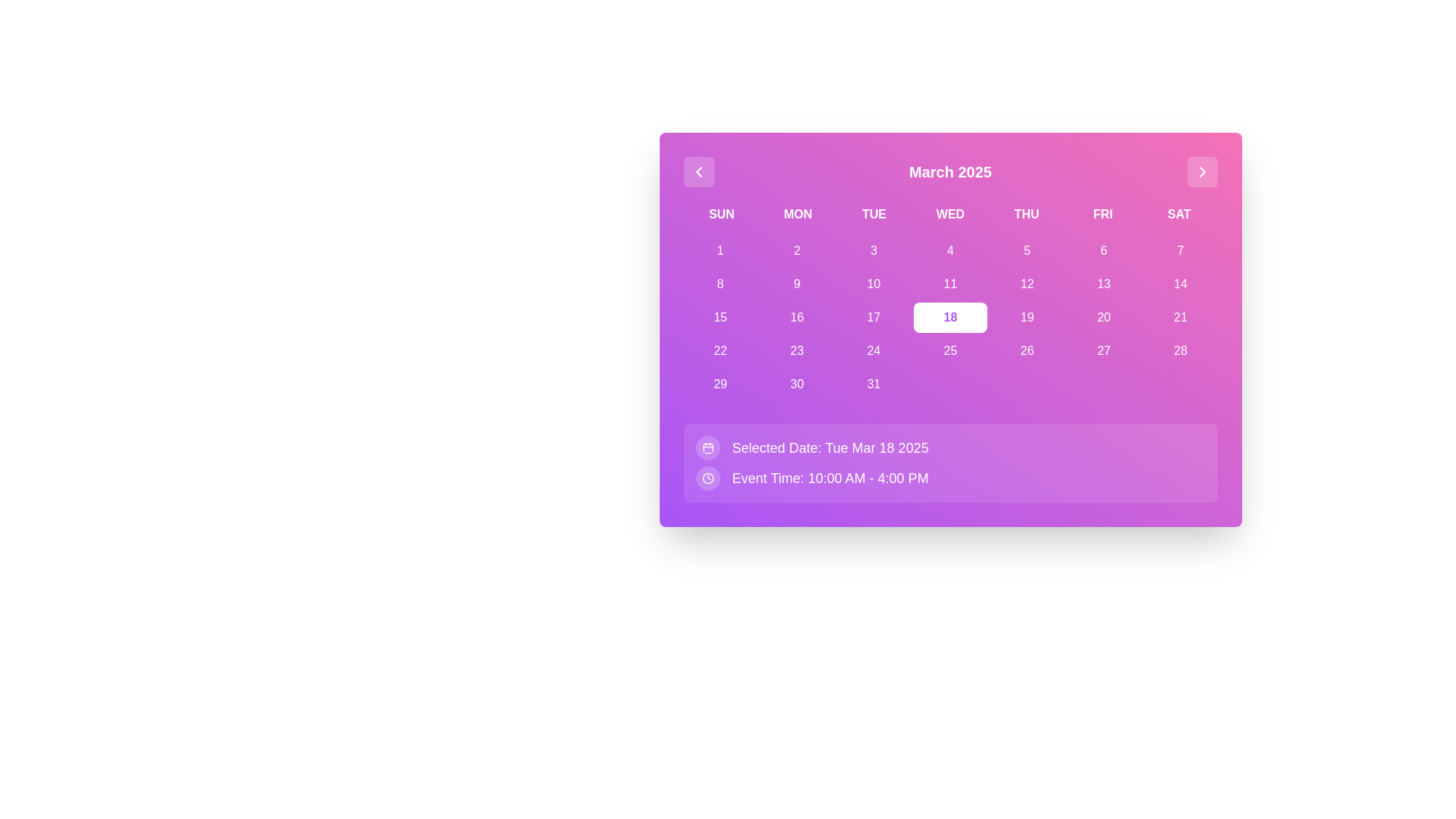 Image resolution: width=1456 pixels, height=819 pixels. Describe the element at coordinates (1027, 250) in the screenshot. I see `the selectable day button representing March 5, 2025, in the calendar grid` at that location.